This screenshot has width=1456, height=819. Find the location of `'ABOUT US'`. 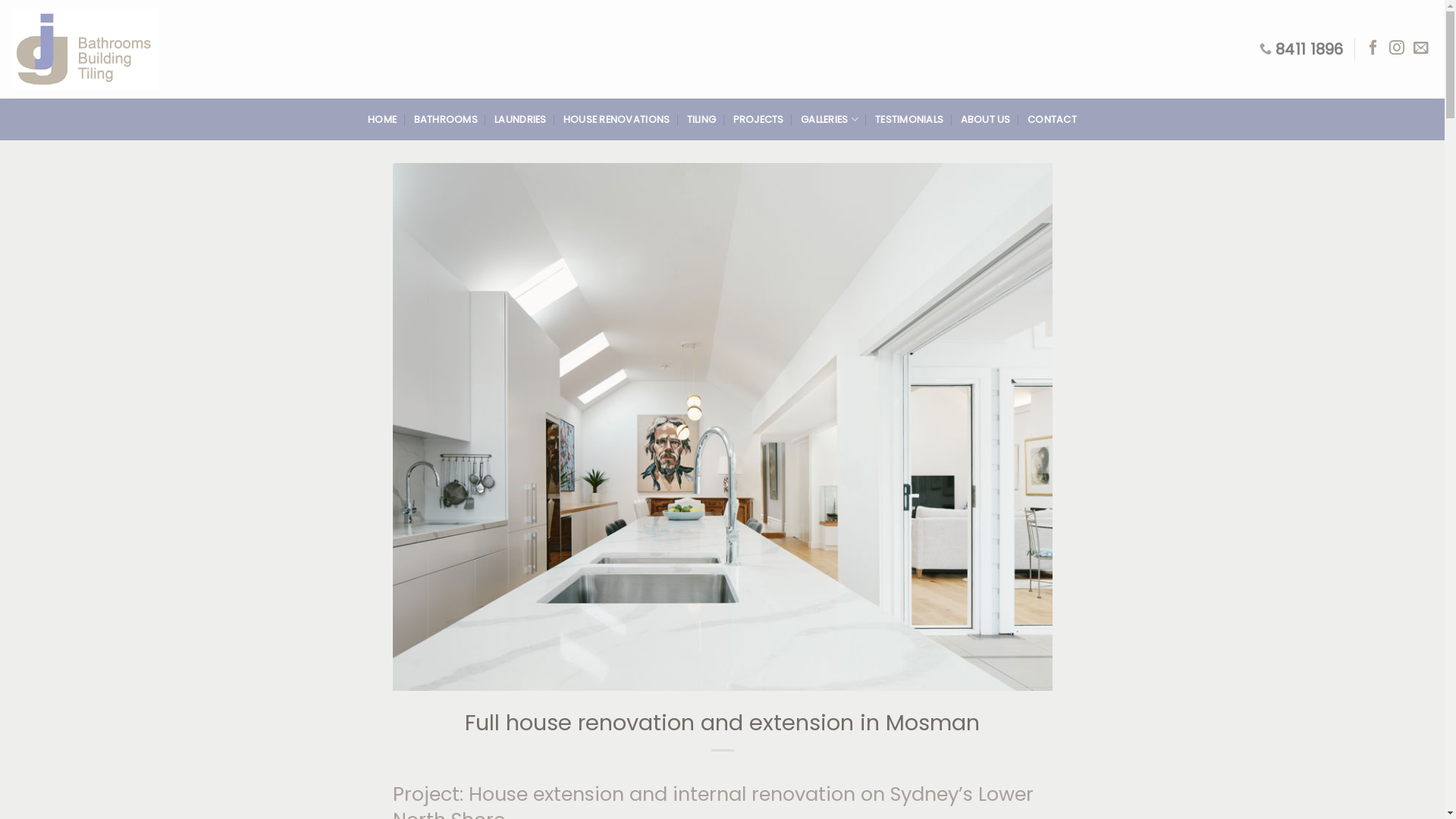

'ABOUT US' is located at coordinates (986, 119).